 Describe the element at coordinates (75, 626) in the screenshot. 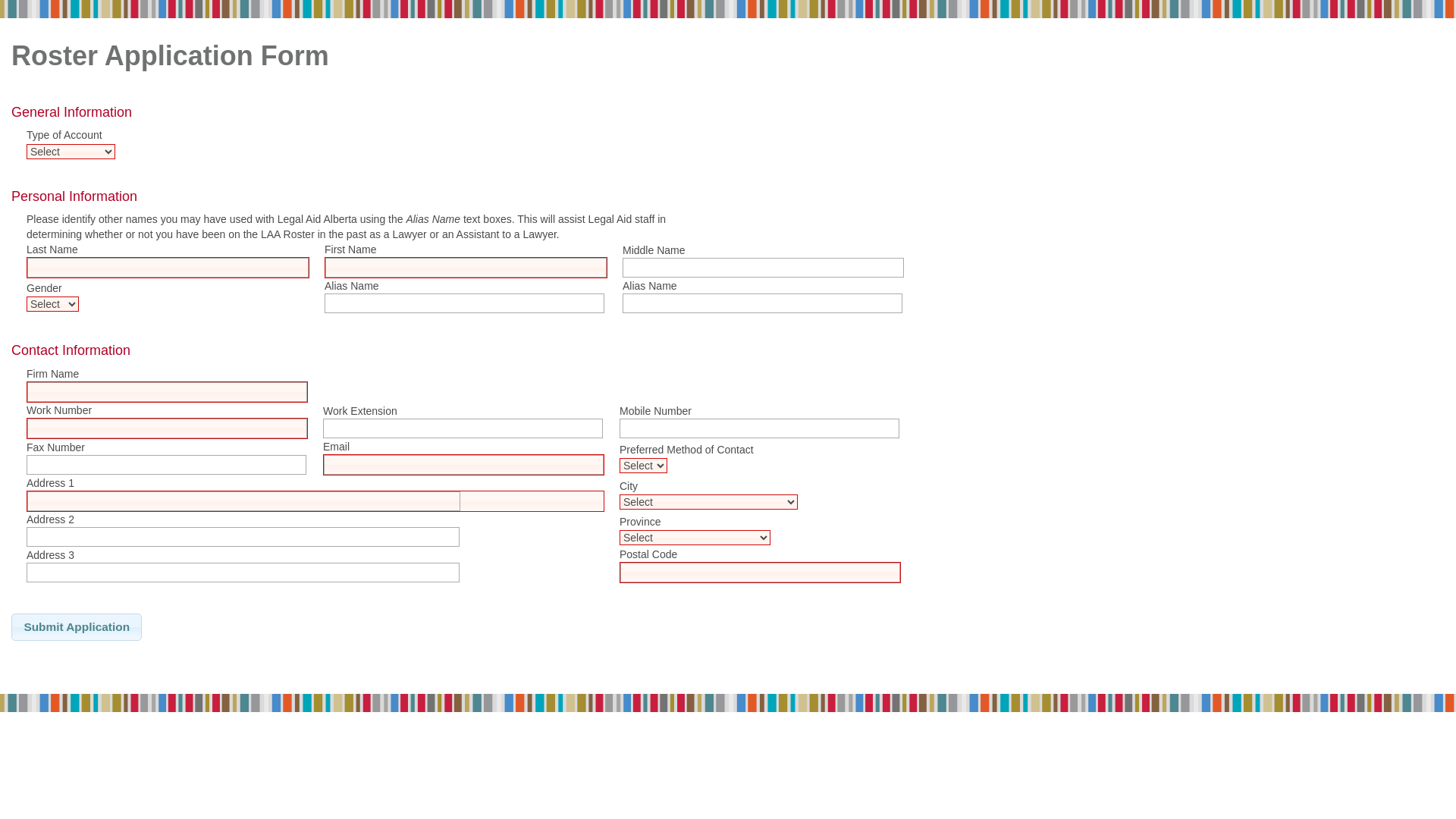

I see `'Submit Application'` at that location.